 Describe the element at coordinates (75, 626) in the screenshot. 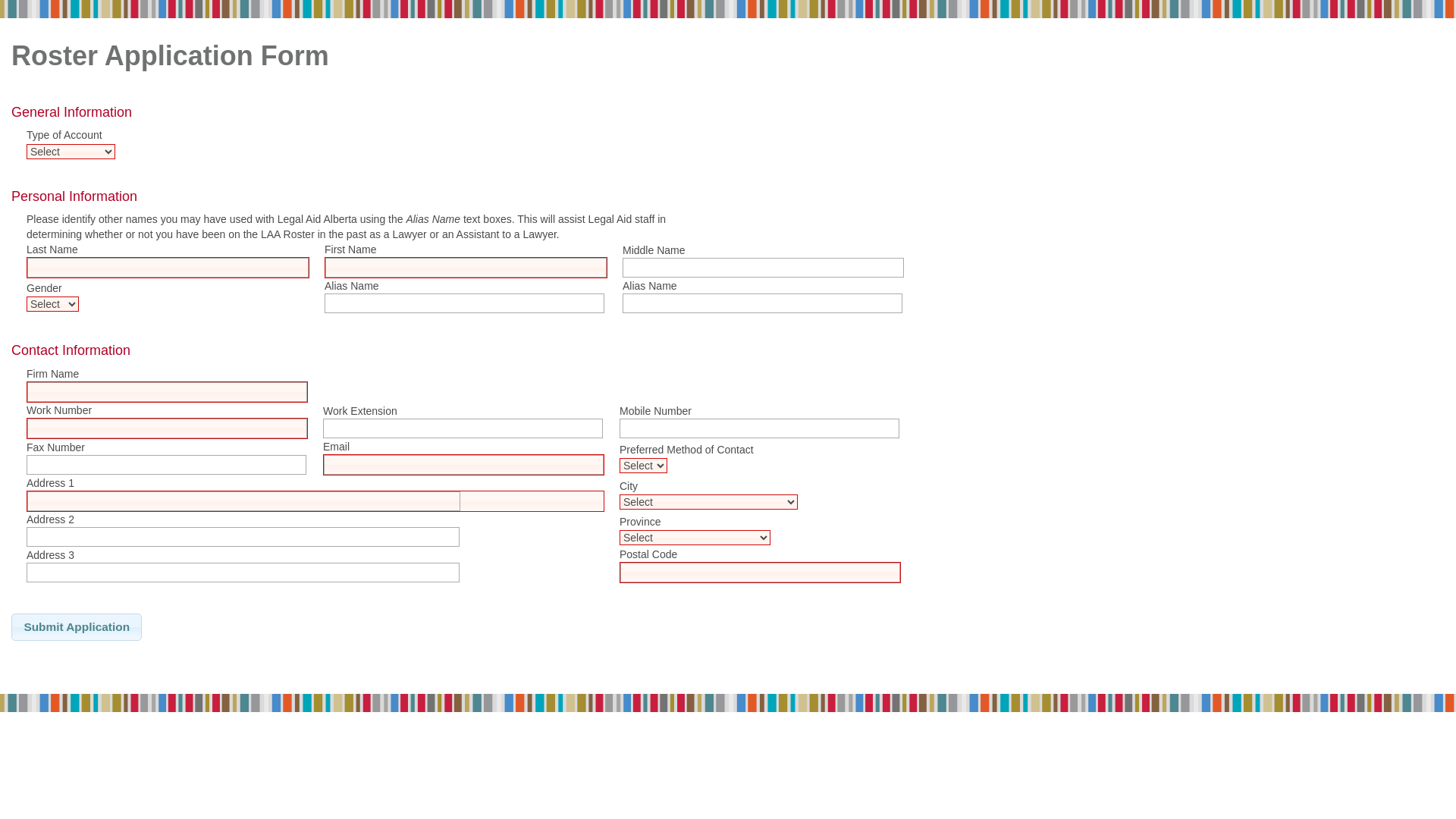

I see `'Submit Application'` at that location.